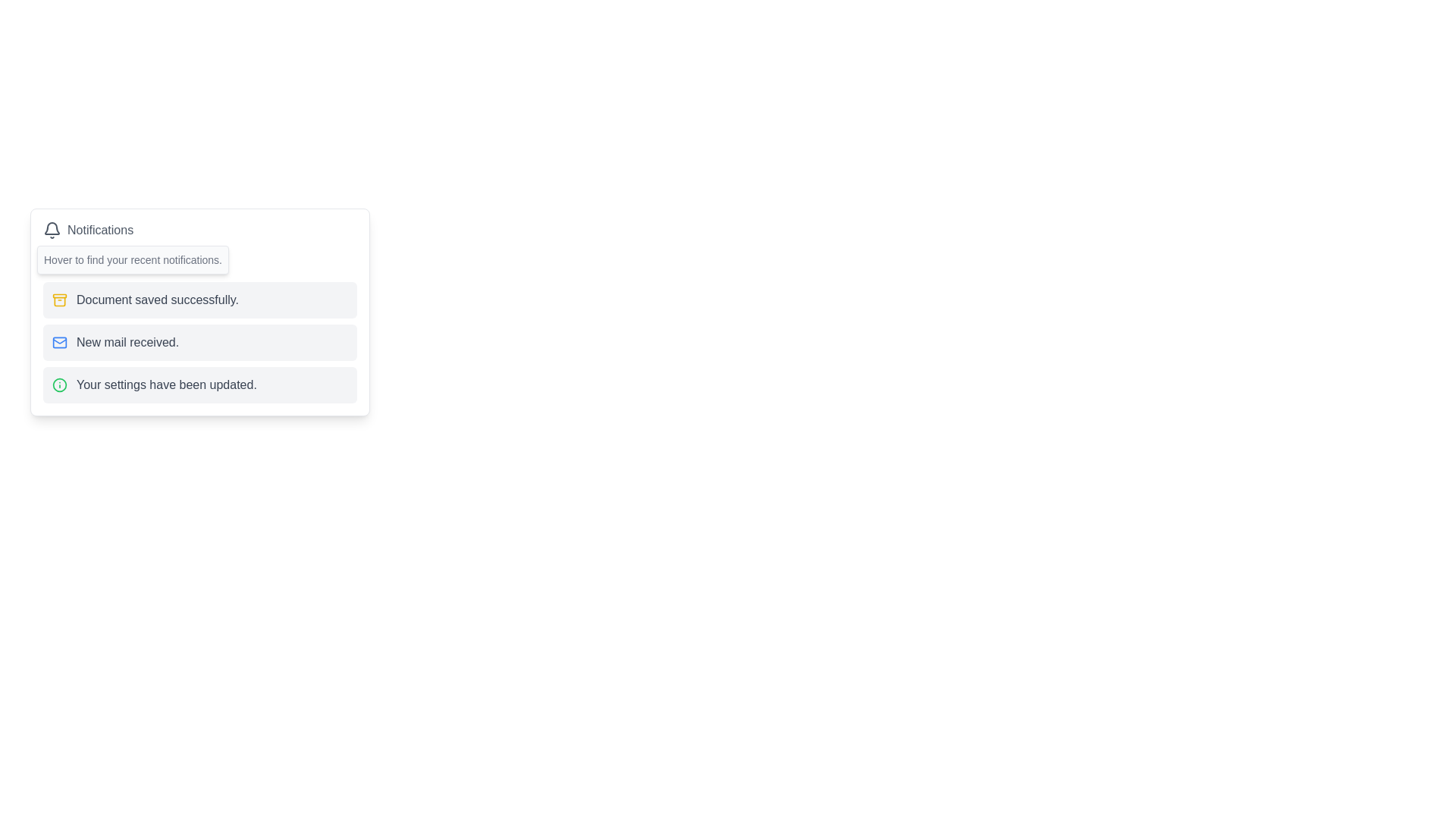 The image size is (1456, 819). What do you see at coordinates (101, 259) in the screenshot?
I see `text from the tooltip that says 'Hover to find your recent notifications.' which appears below the Notifications label and above the list of recent notifications` at bounding box center [101, 259].